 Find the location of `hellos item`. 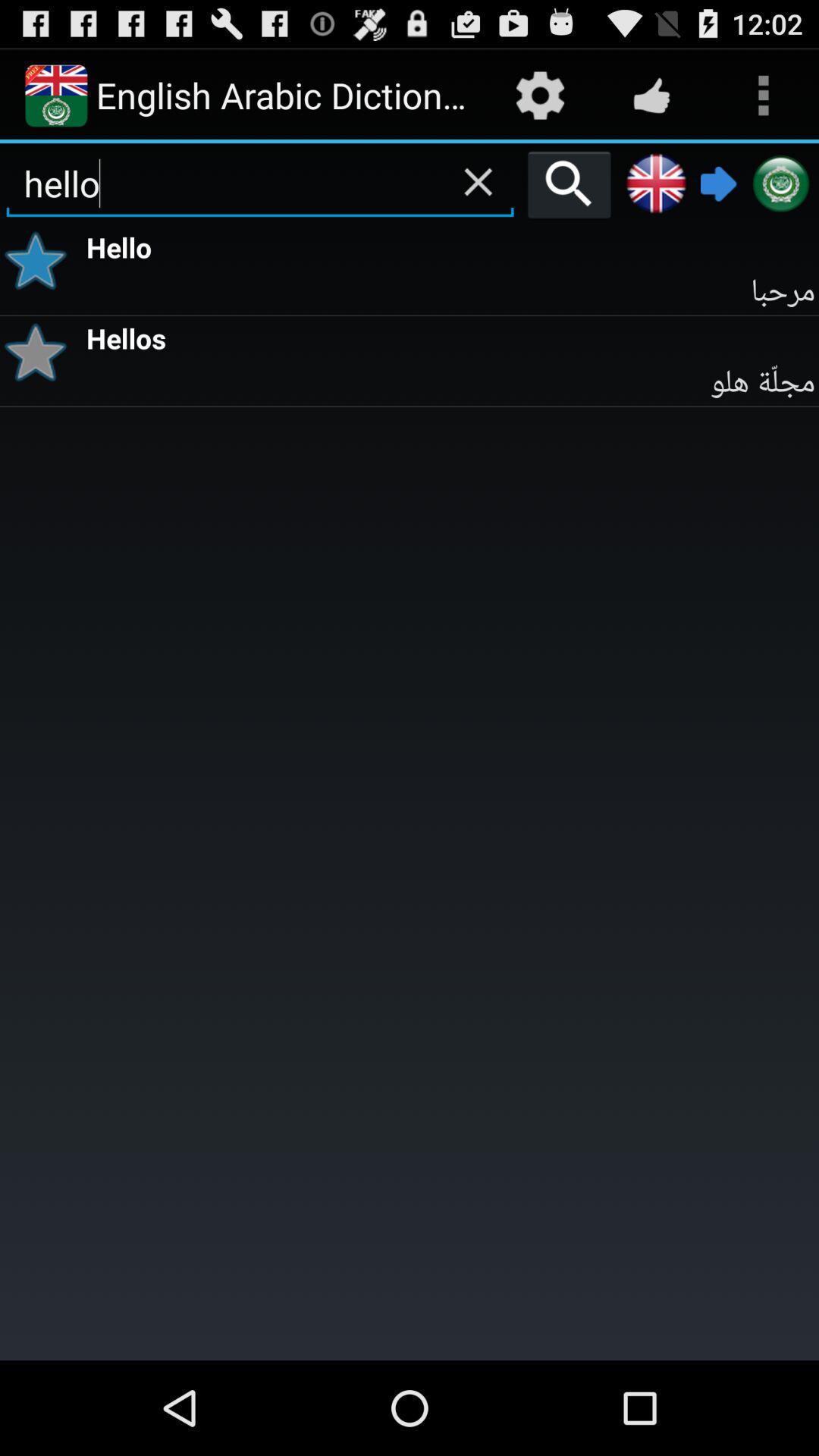

hellos item is located at coordinates (450, 336).